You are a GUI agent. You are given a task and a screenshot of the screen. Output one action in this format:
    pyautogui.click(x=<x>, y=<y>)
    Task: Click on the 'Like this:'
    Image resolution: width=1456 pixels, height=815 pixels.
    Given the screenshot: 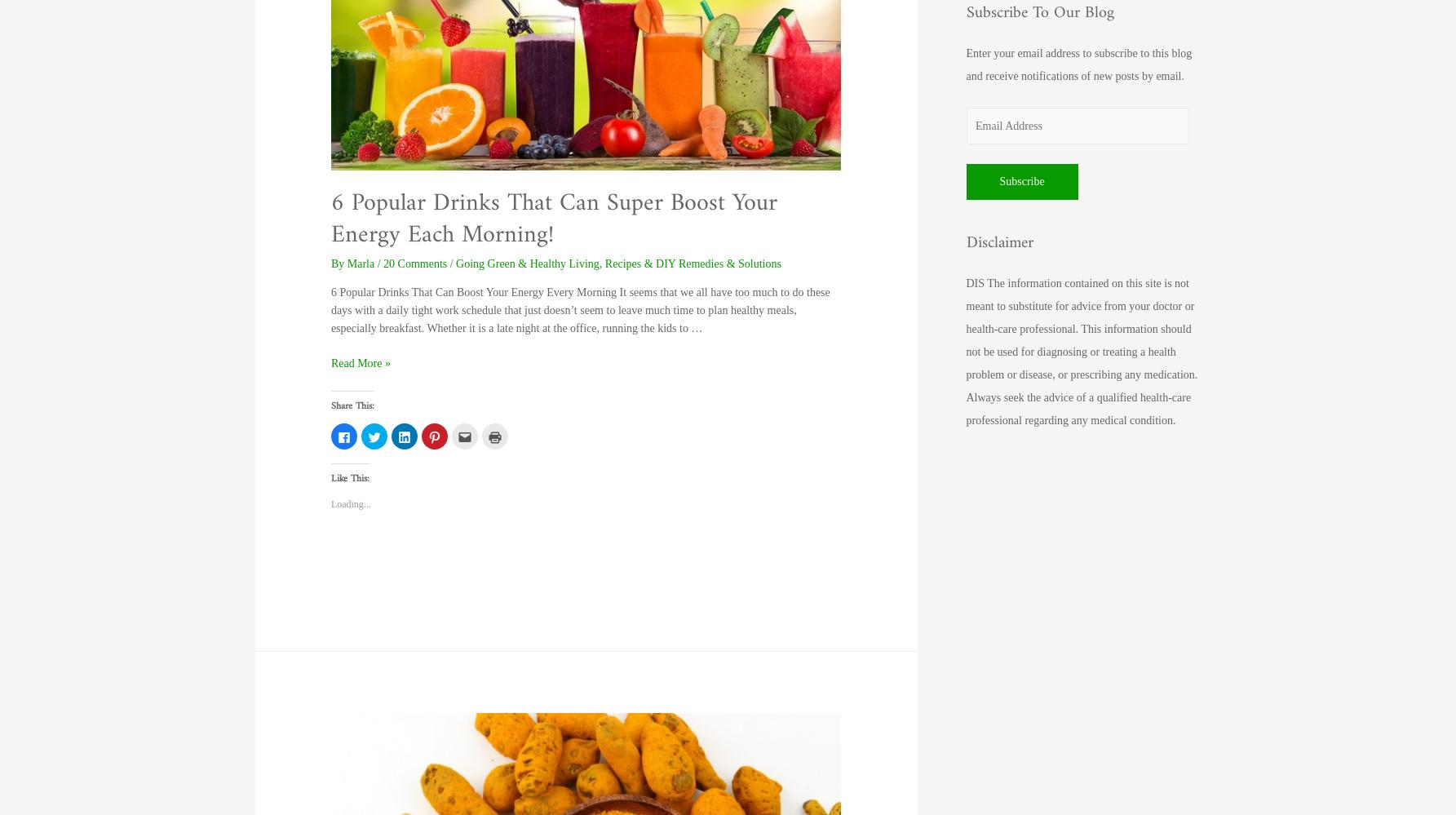 What is the action you would take?
    pyautogui.click(x=348, y=478)
    